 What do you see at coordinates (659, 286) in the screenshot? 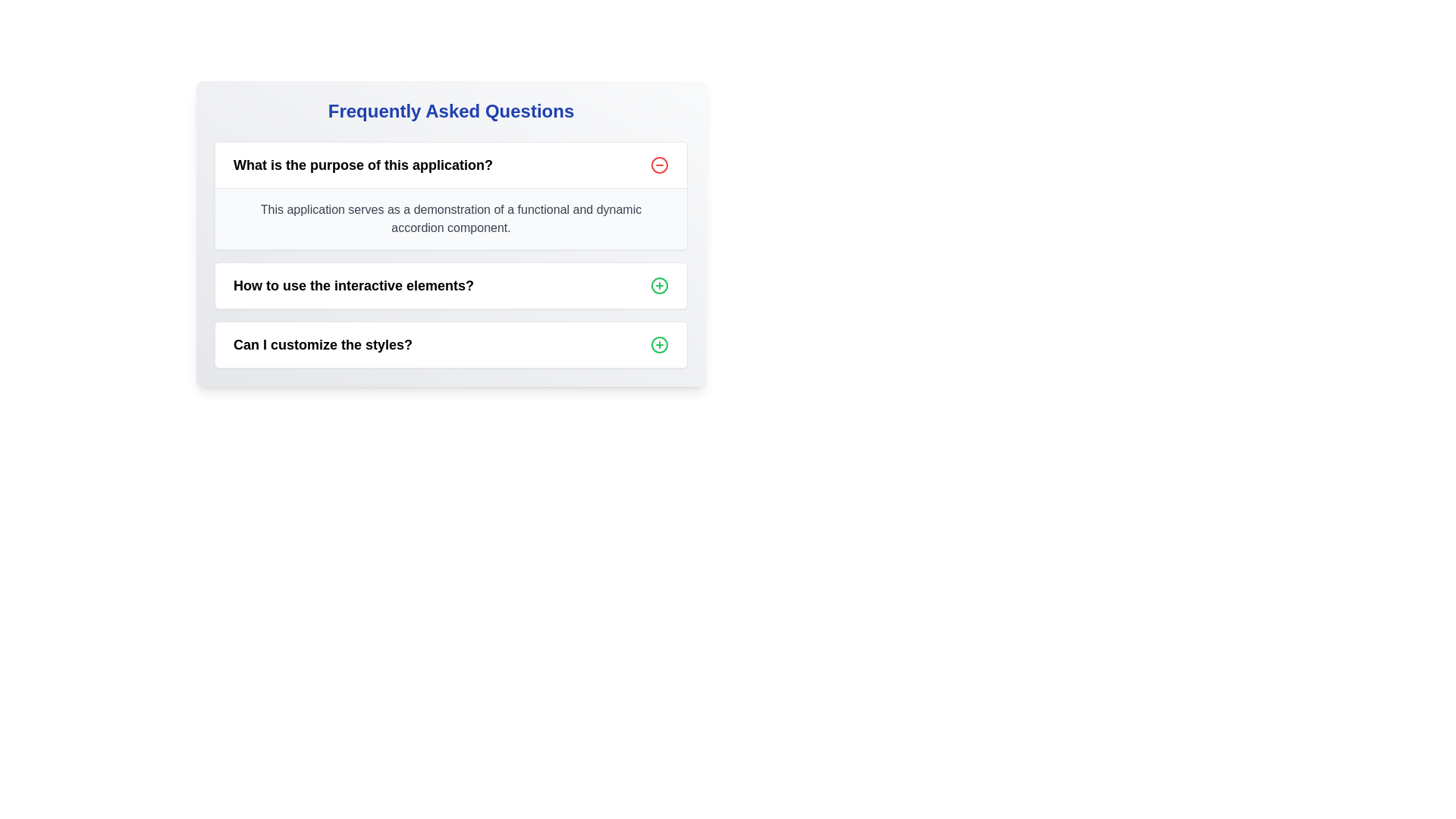
I see `the green circular SVG element representing a plus icon, located to the far right of the 'How to use the interactive elements?' question in the FAQ-style list` at bounding box center [659, 286].